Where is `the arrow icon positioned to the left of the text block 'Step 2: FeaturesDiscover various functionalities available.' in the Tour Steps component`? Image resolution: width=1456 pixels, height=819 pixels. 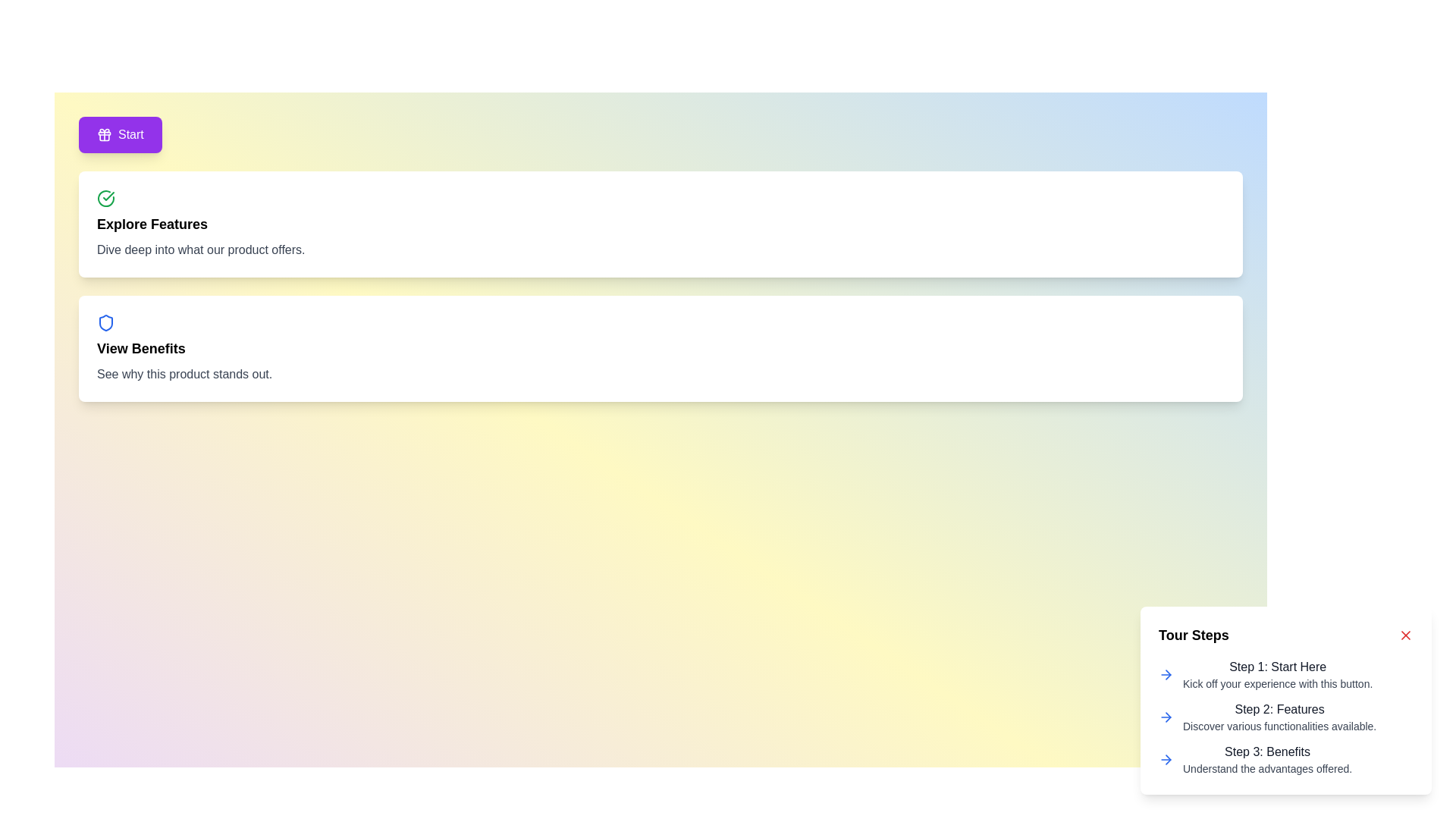
the arrow icon positioned to the left of the text block 'Step 2: FeaturesDiscover various functionalities available.' in the Tour Steps component is located at coordinates (1165, 717).